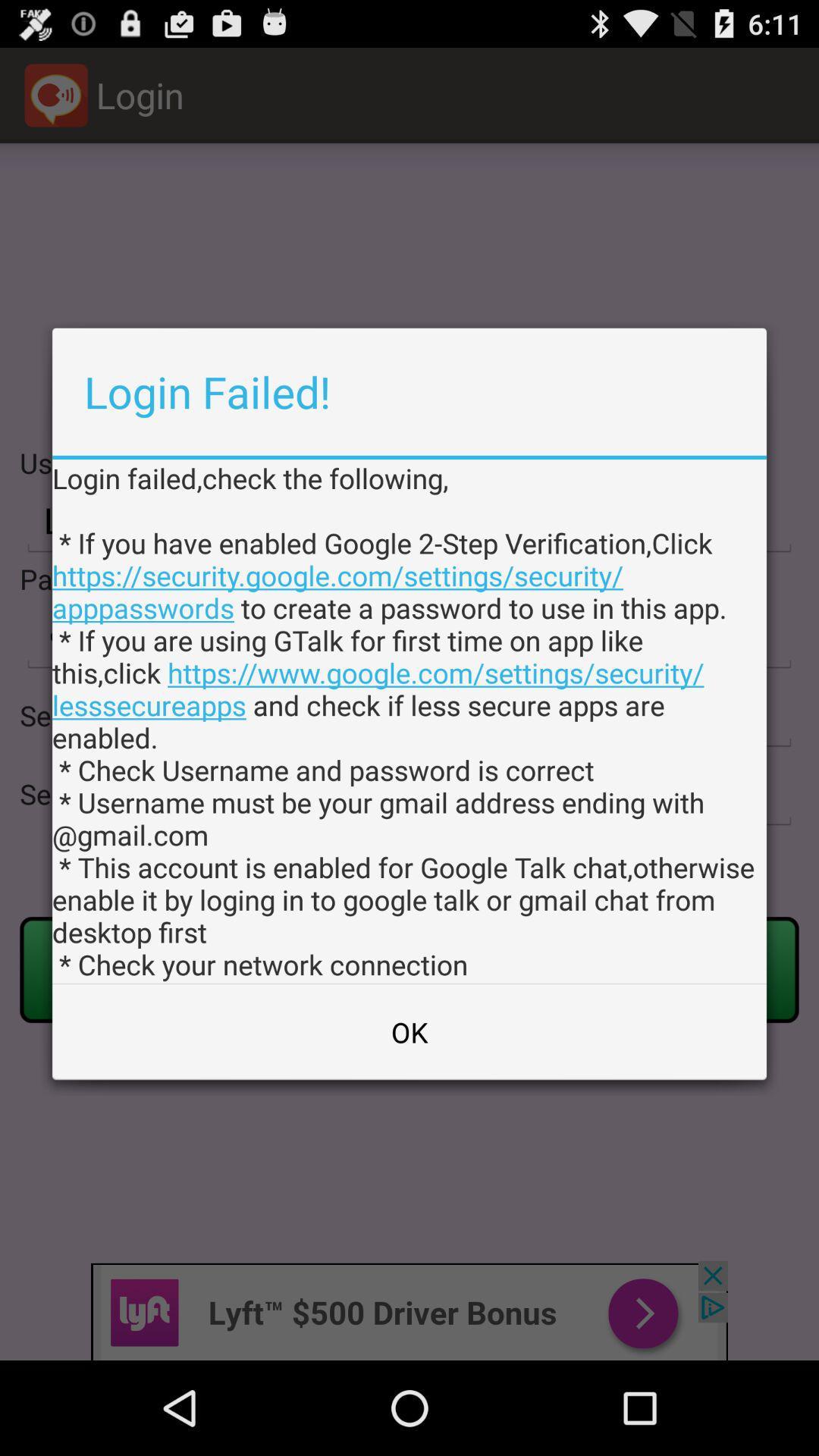 This screenshot has height=1456, width=819. Describe the element at coordinates (409, 1031) in the screenshot. I see `ok item` at that location.